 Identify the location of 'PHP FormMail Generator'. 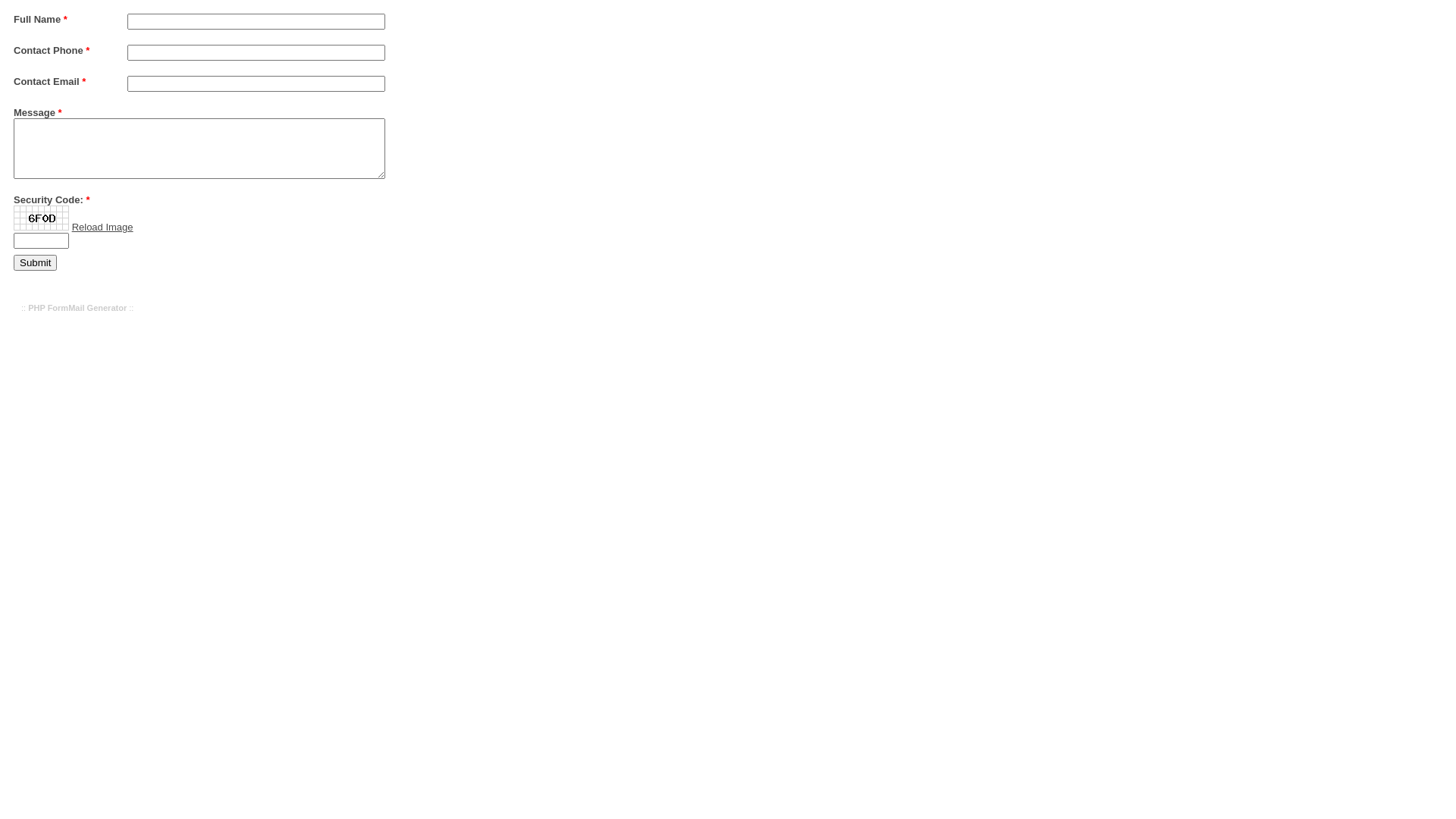
(76, 307).